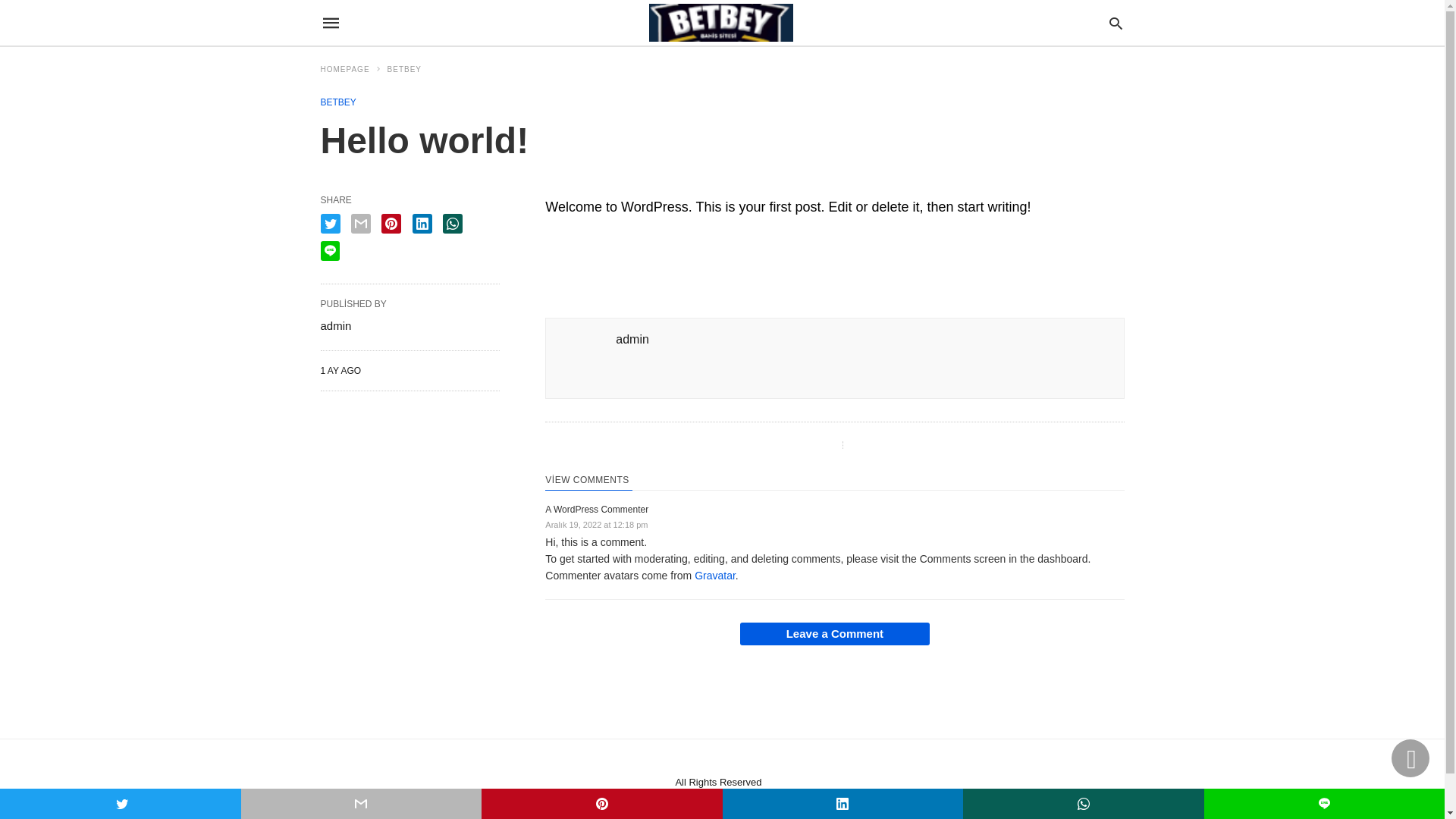  What do you see at coordinates (720, 23) in the screenshot?
I see `'BetBey'` at bounding box center [720, 23].